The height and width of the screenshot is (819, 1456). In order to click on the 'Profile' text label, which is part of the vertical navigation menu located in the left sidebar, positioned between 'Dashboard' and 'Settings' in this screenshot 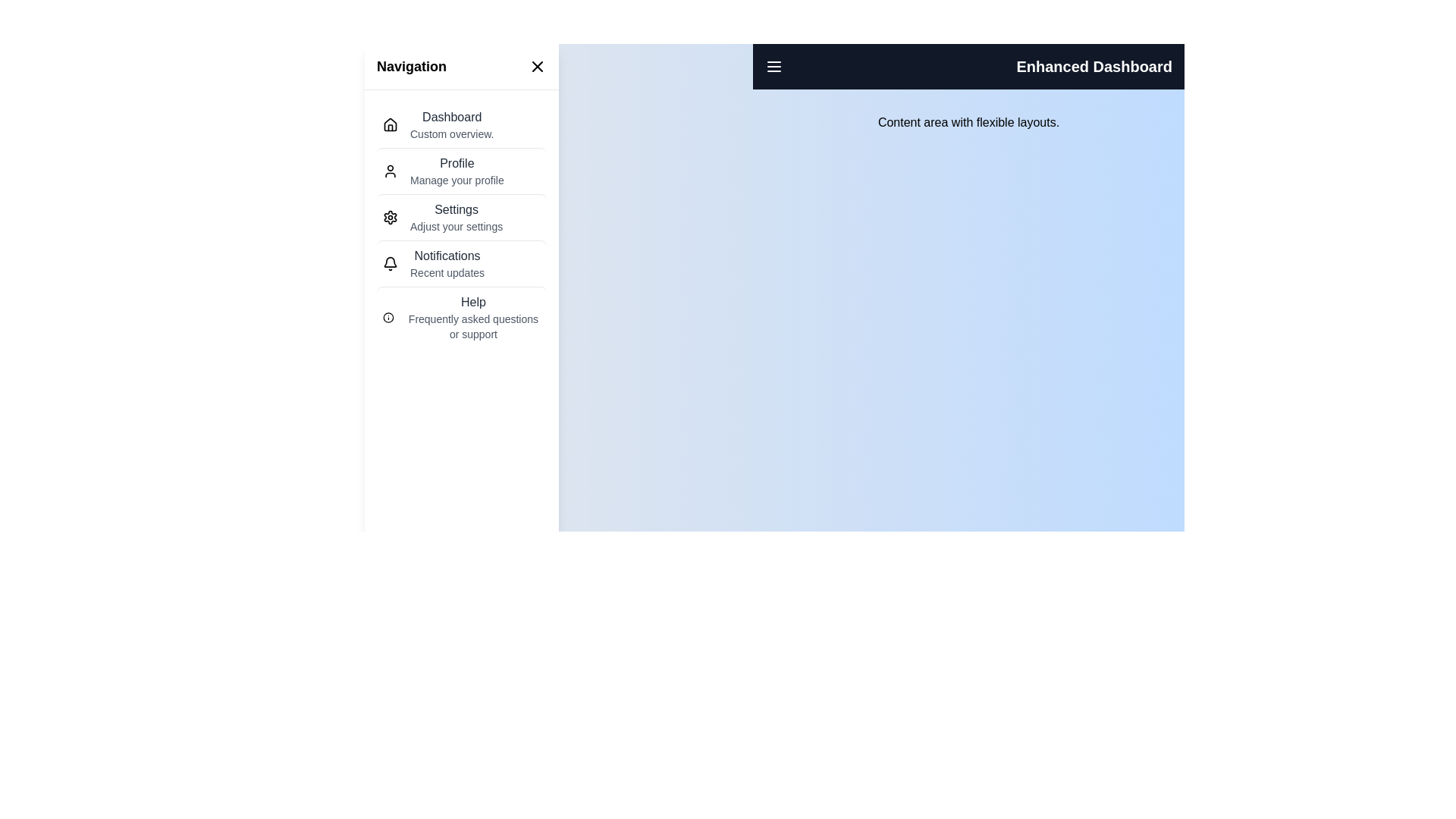, I will do `click(456, 164)`.